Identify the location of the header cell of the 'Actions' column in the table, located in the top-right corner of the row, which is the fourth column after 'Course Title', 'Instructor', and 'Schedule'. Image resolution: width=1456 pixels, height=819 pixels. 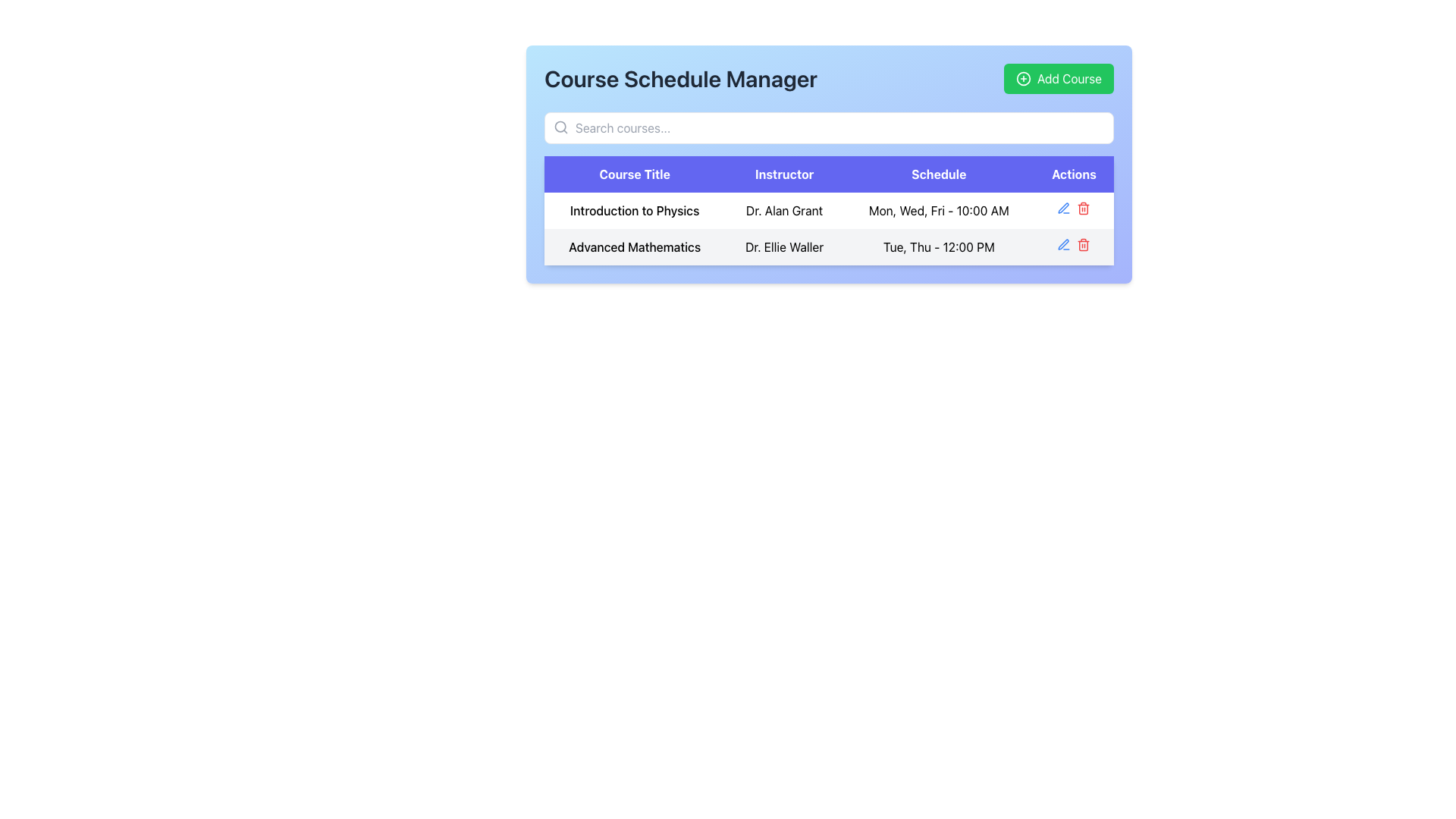
(1073, 174).